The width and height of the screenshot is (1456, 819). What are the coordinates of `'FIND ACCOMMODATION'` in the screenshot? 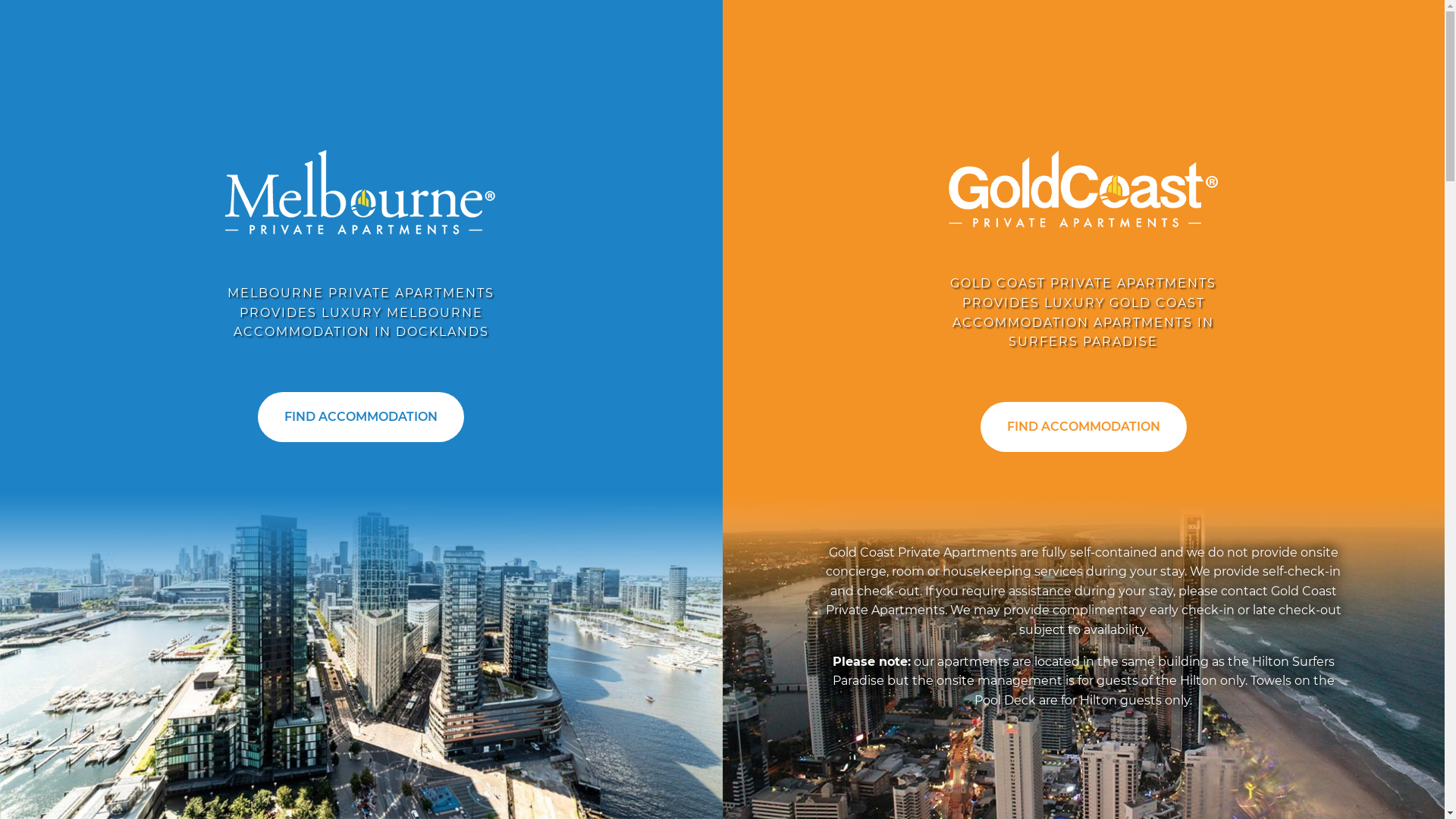 It's located at (258, 417).